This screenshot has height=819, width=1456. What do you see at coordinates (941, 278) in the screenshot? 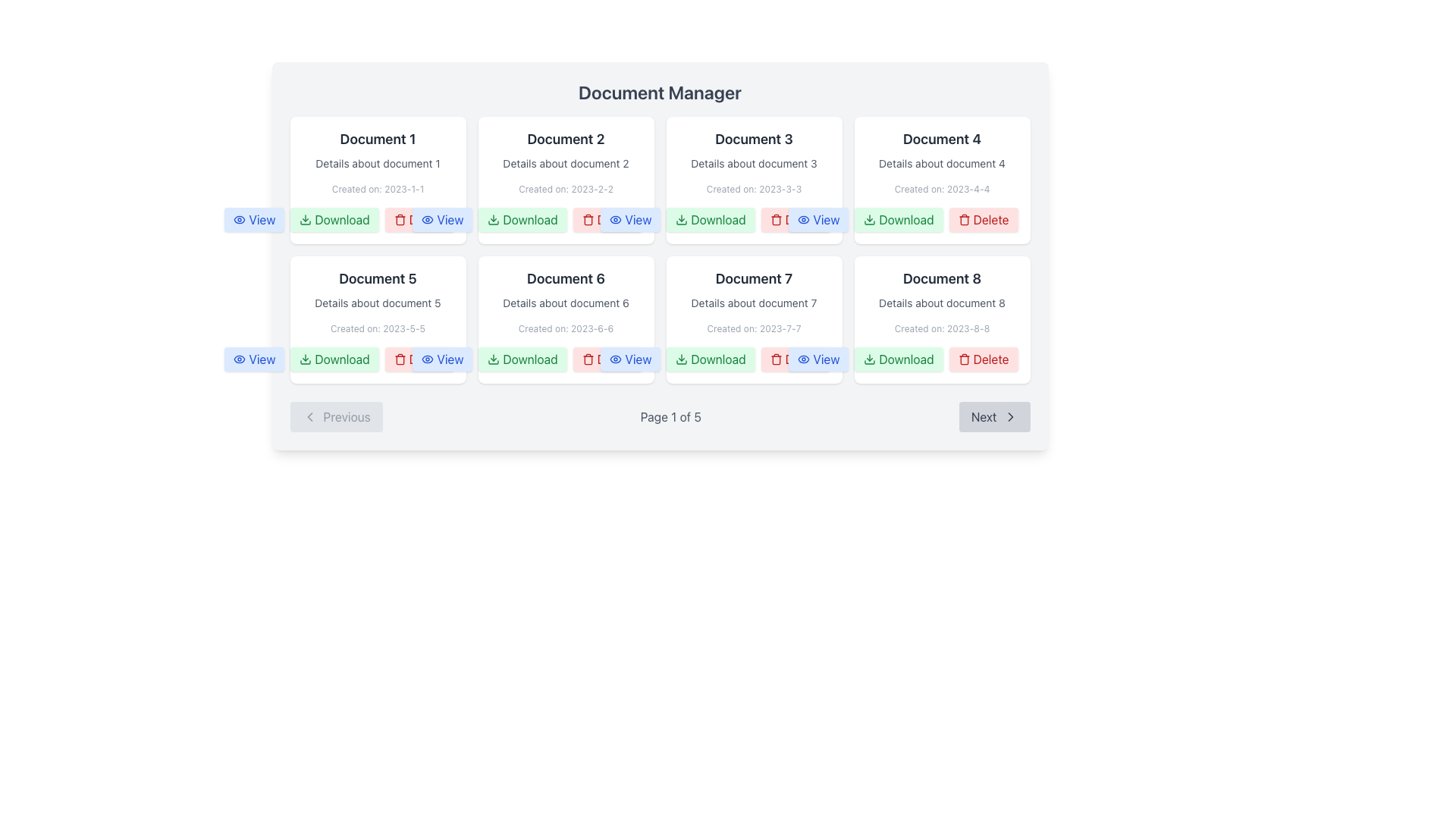
I see `the bold text label that reads 'Document 8', which is located in the last card of the second row in the 'Document Manager' grid layout` at bounding box center [941, 278].